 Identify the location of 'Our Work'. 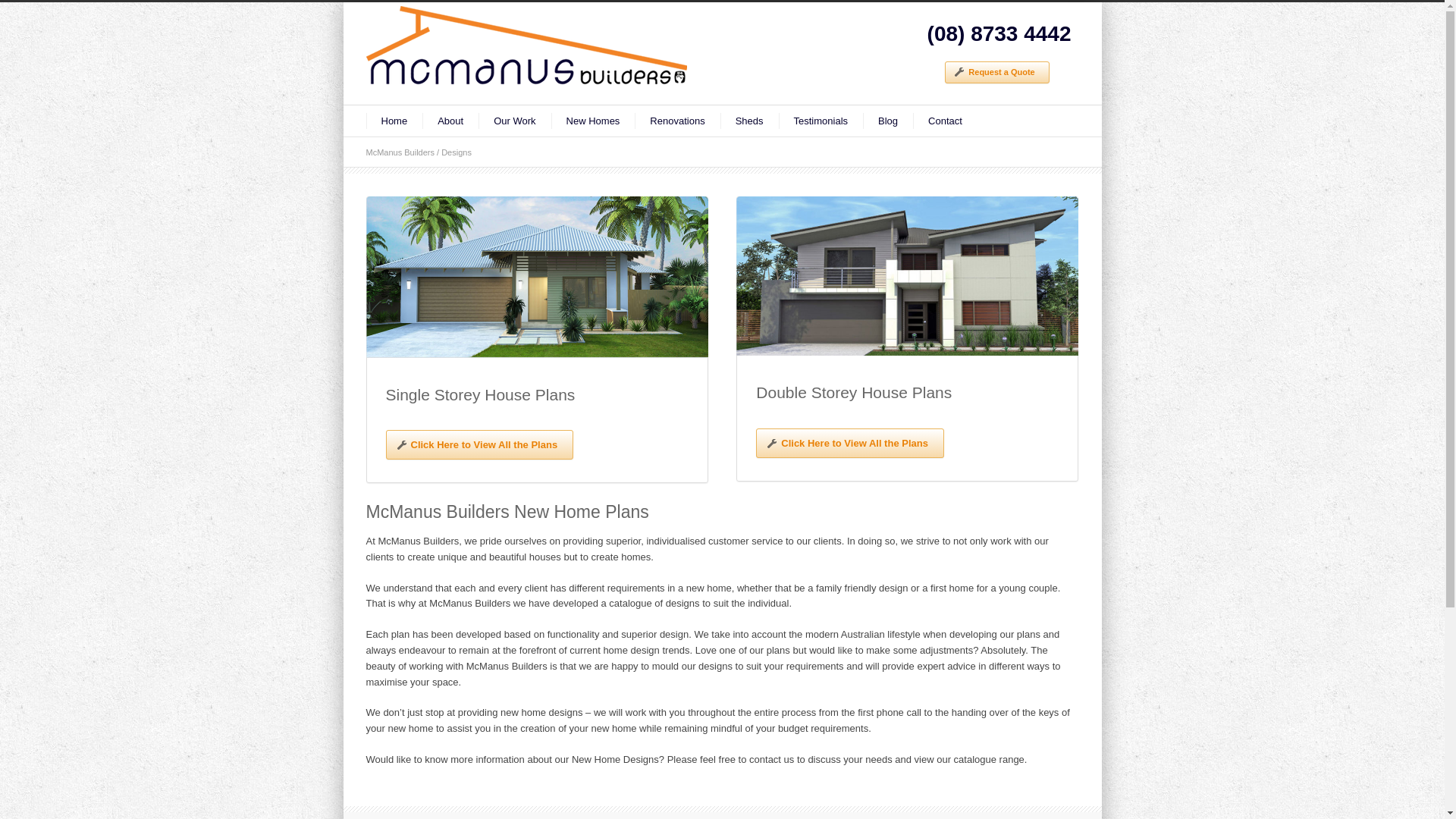
(514, 120).